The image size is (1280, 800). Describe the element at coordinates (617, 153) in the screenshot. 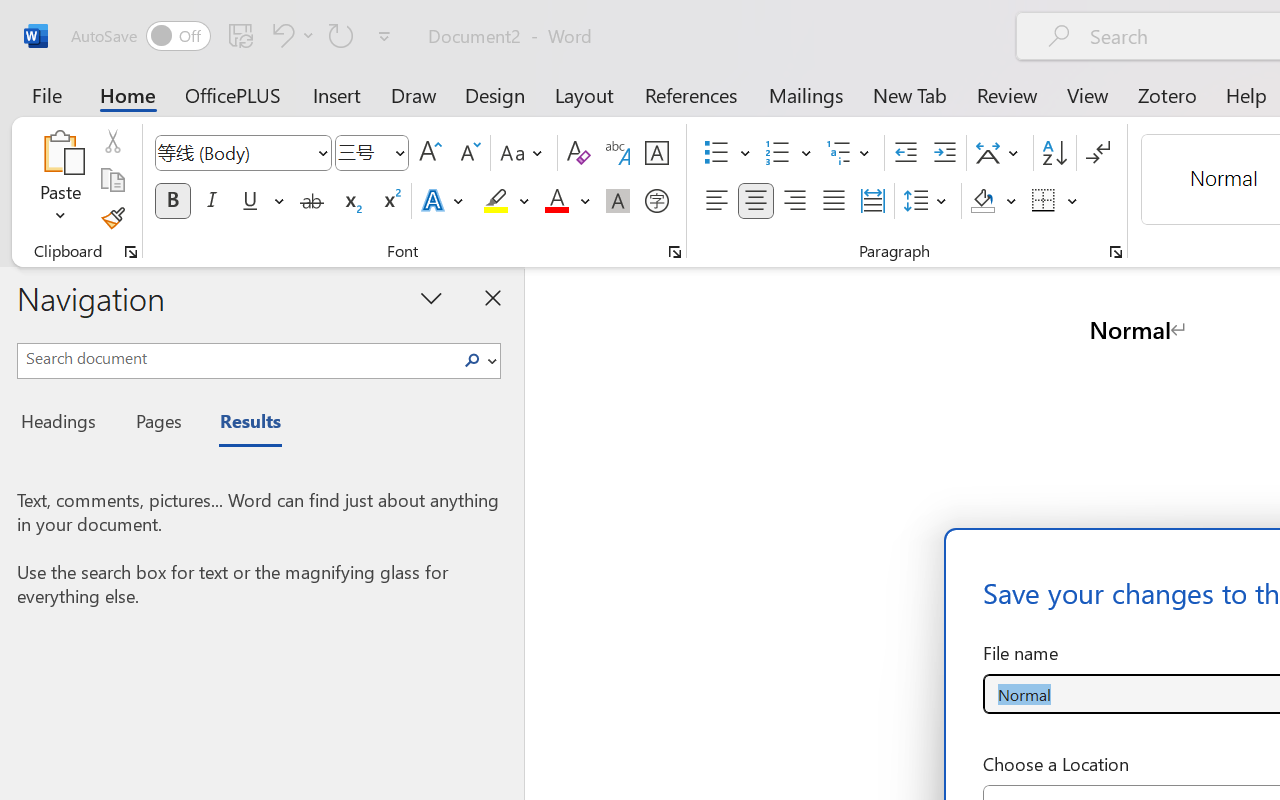

I see `'Phonetic Guide...'` at that location.